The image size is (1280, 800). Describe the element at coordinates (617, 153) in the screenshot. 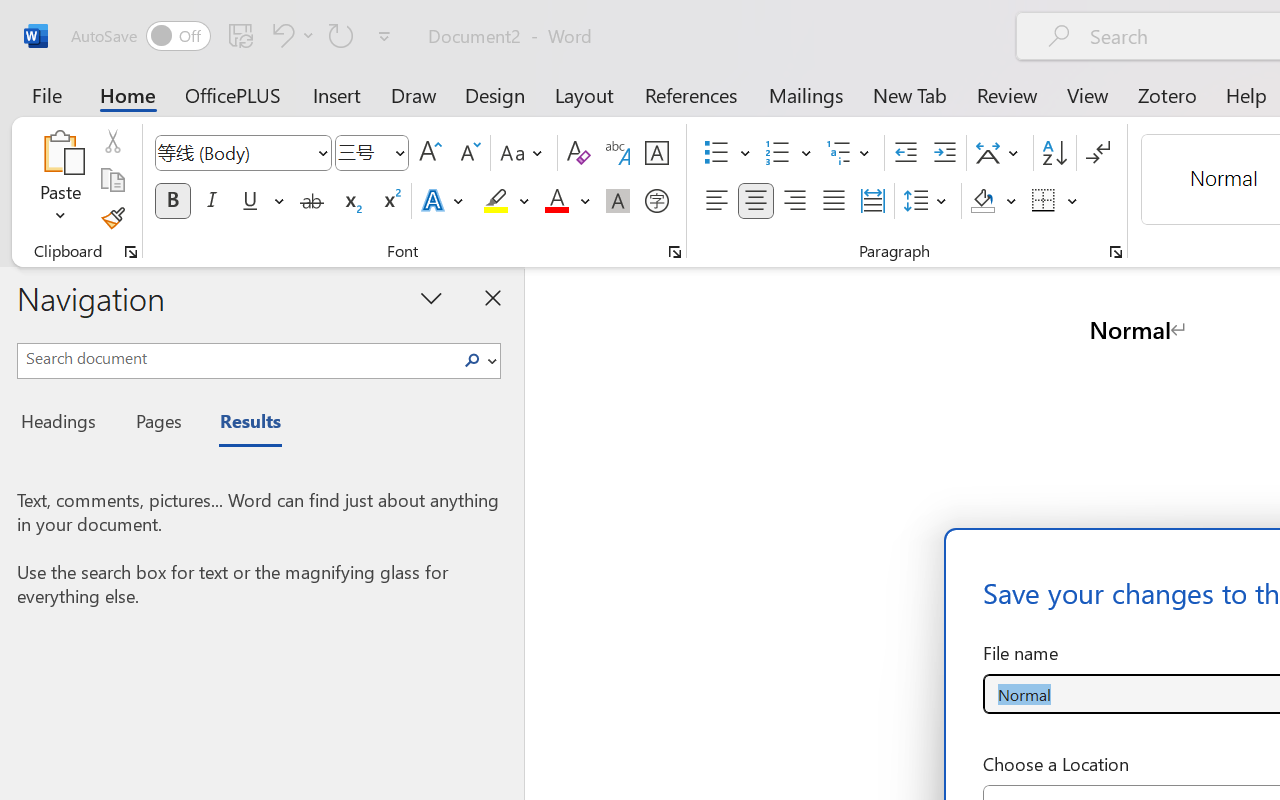

I see `'Phonetic Guide...'` at that location.